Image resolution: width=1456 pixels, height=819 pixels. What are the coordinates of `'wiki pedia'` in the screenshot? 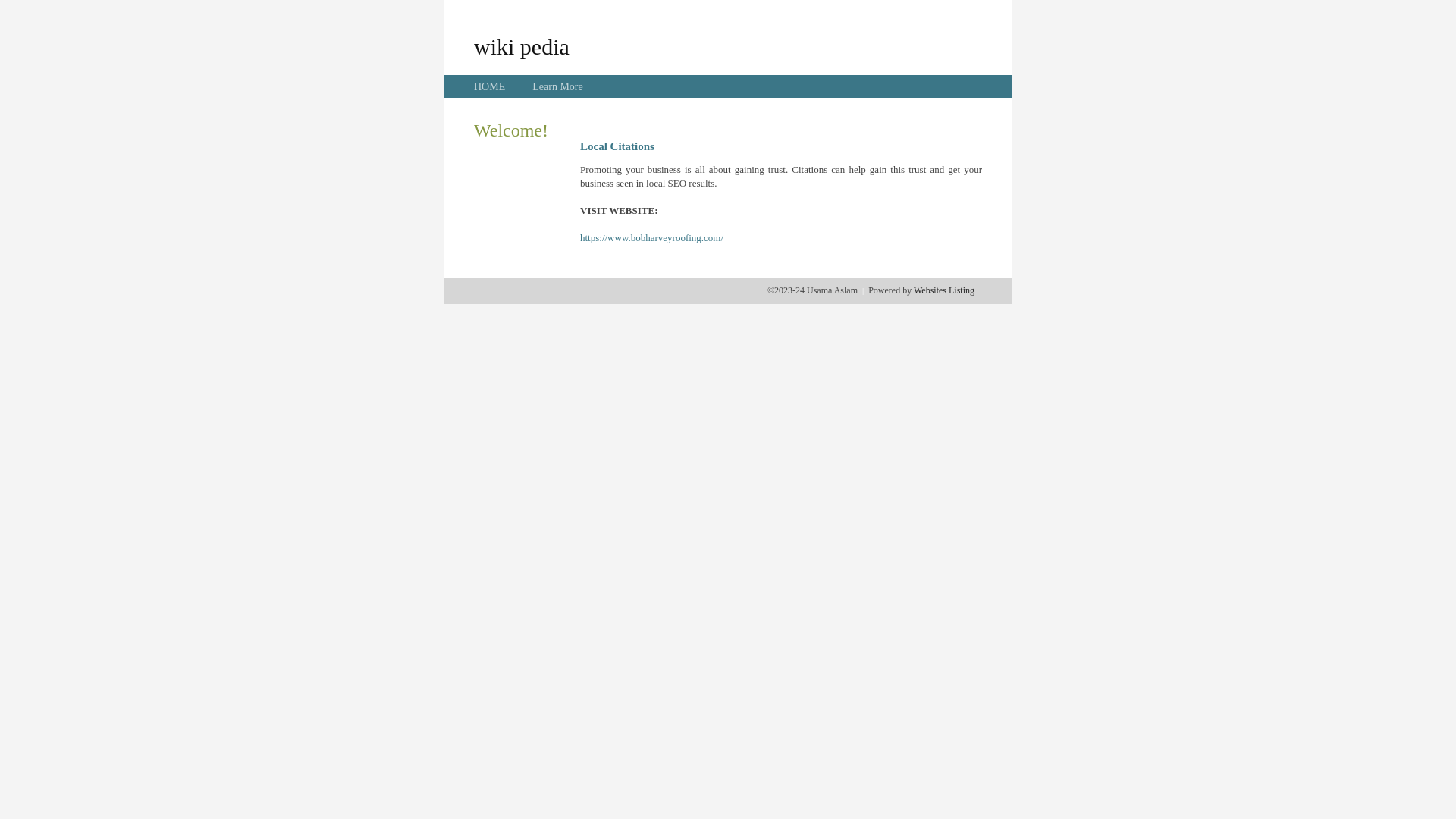 It's located at (521, 45).